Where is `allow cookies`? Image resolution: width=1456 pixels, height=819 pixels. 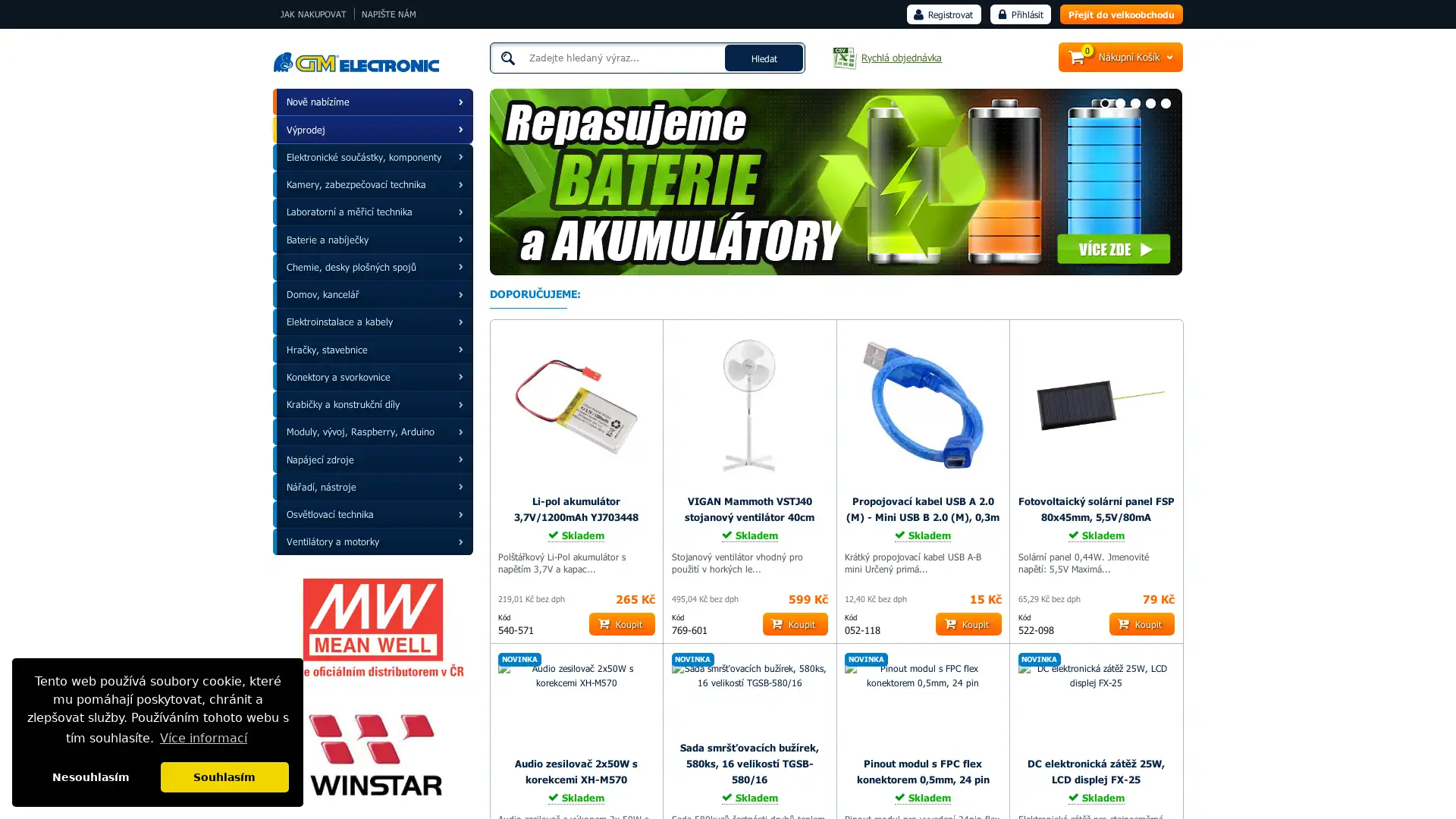
allow cookies is located at coordinates (223, 777).